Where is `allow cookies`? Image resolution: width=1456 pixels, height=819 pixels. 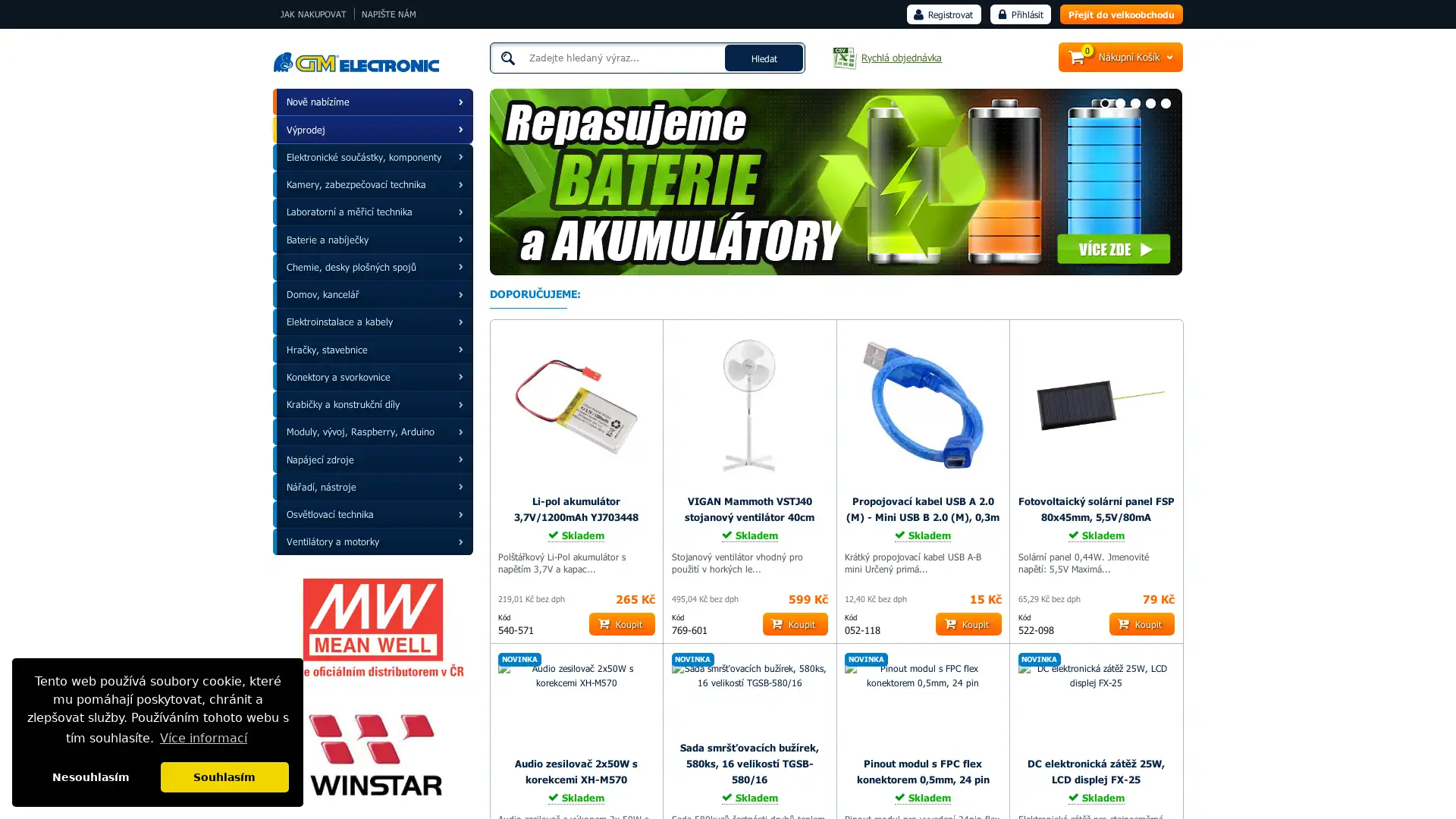
allow cookies is located at coordinates (223, 777).